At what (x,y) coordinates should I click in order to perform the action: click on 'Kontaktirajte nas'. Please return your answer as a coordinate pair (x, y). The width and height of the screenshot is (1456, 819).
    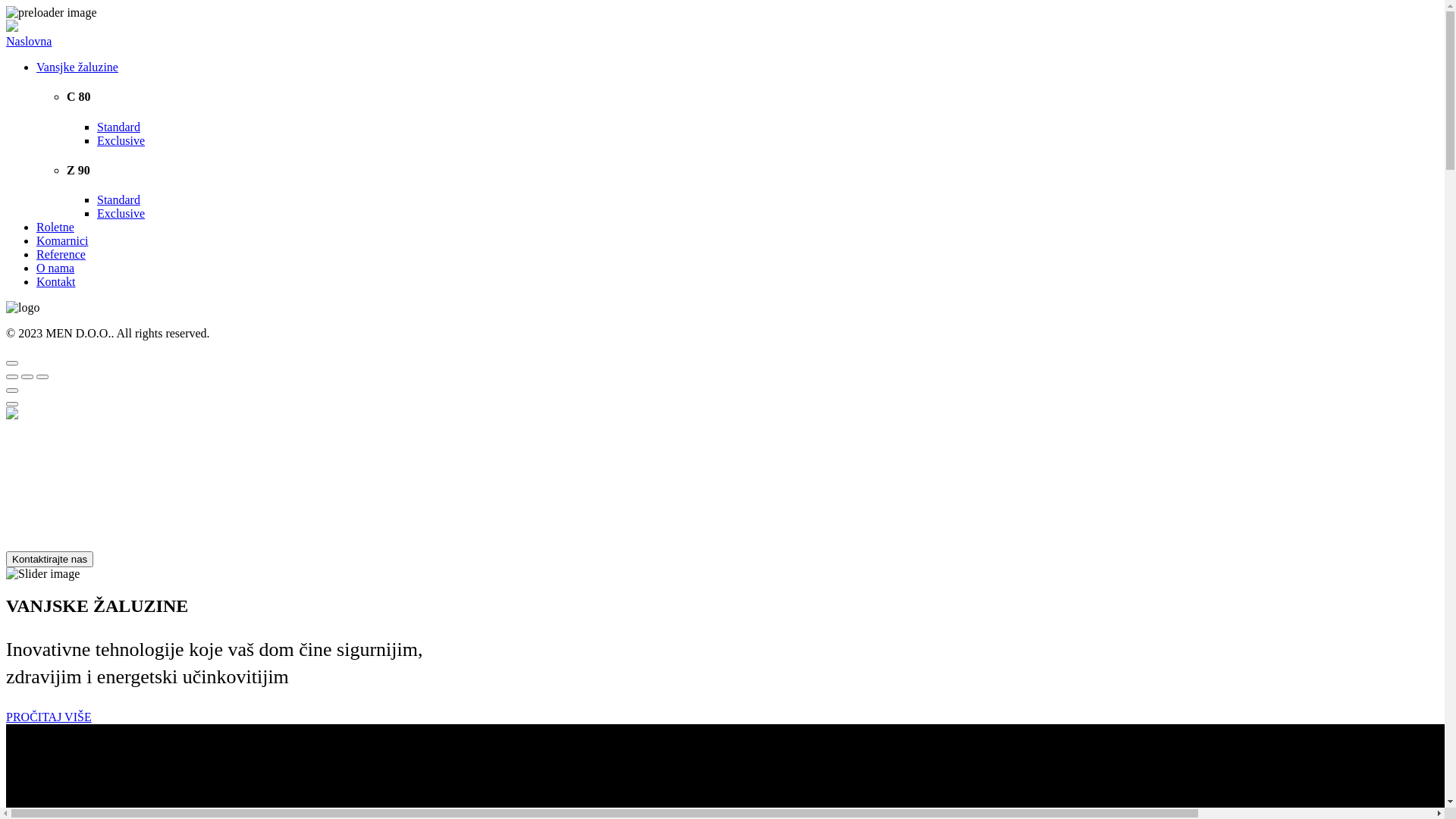
    Looking at the image, I should click on (49, 559).